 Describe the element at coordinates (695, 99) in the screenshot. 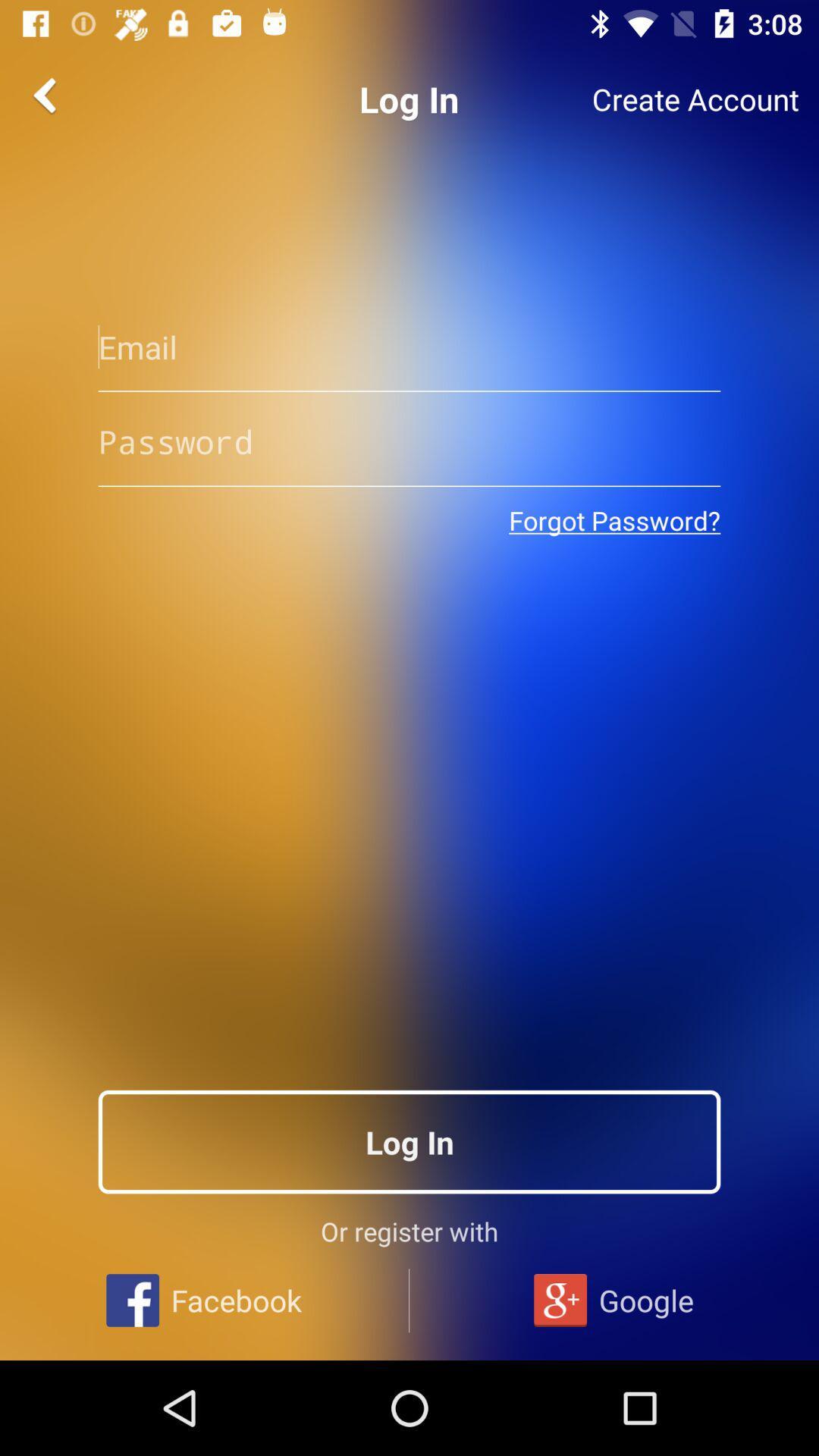

I see `the app next to log in item` at that location.